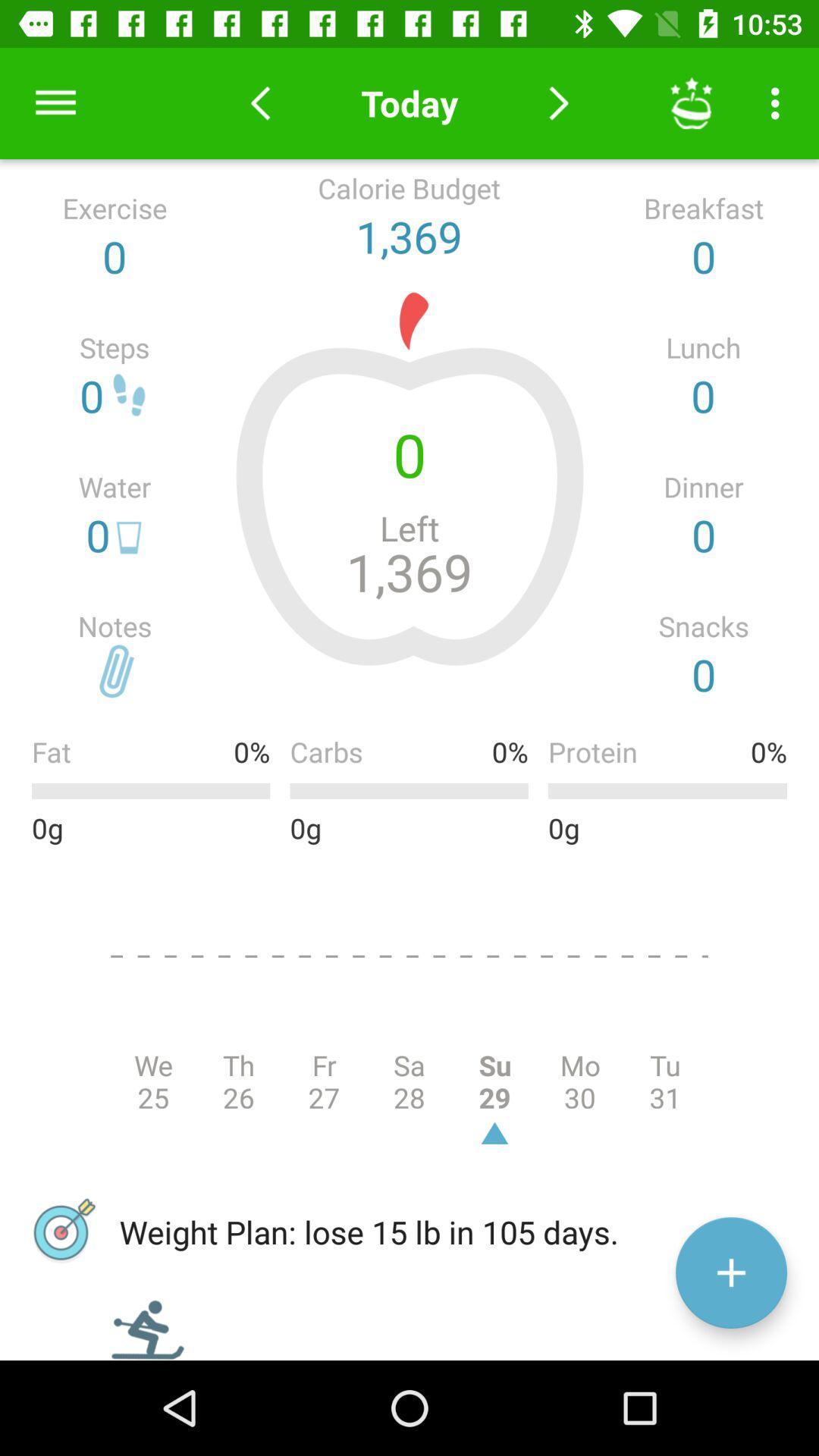 The height and width of the screenshot is (1456, 819). What do you see at coordinates (259, 102) in the screenshot?
I see `the previous page` at bounding box center [259, 102].